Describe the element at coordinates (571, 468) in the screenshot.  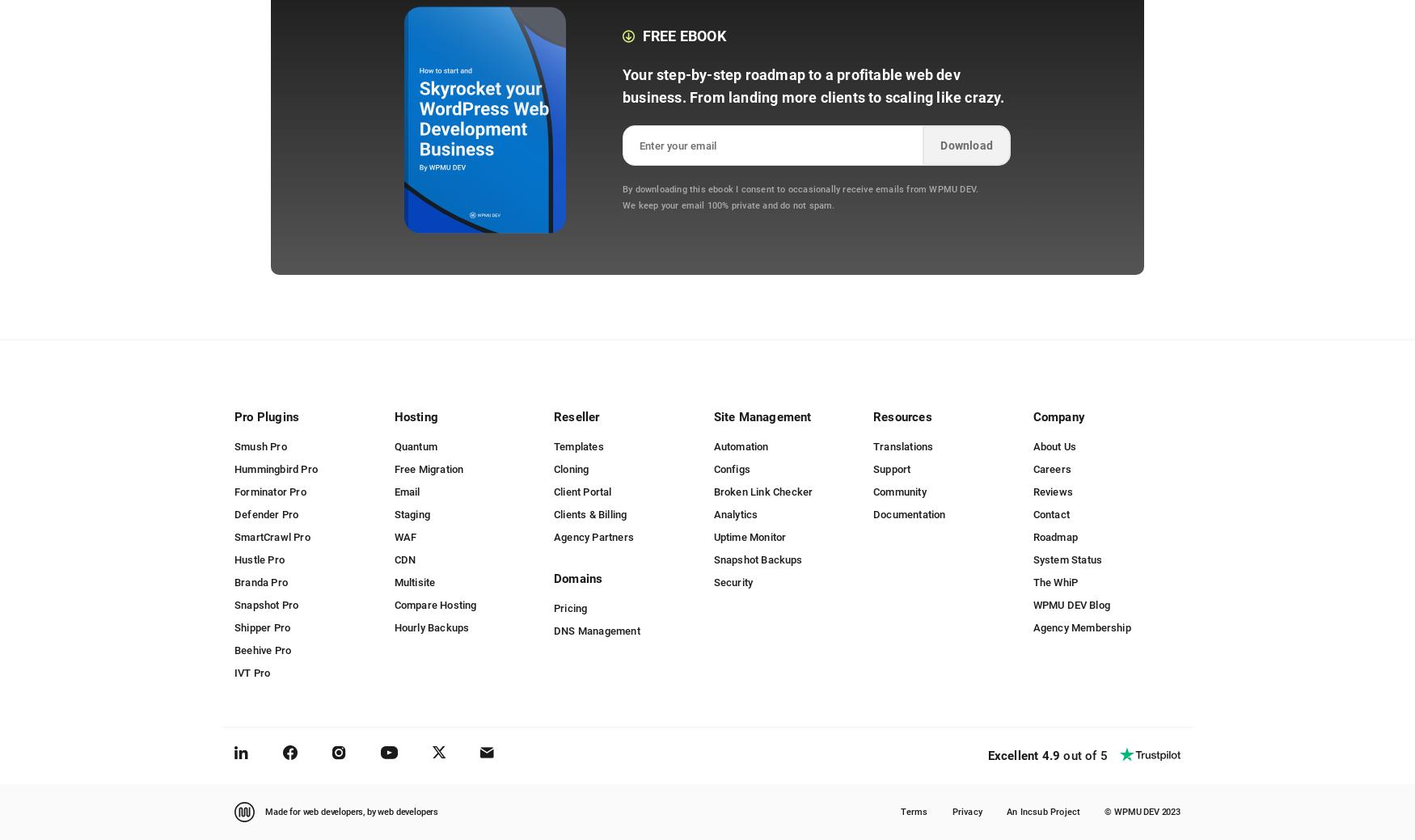
I see `'Cloning'` at that location.